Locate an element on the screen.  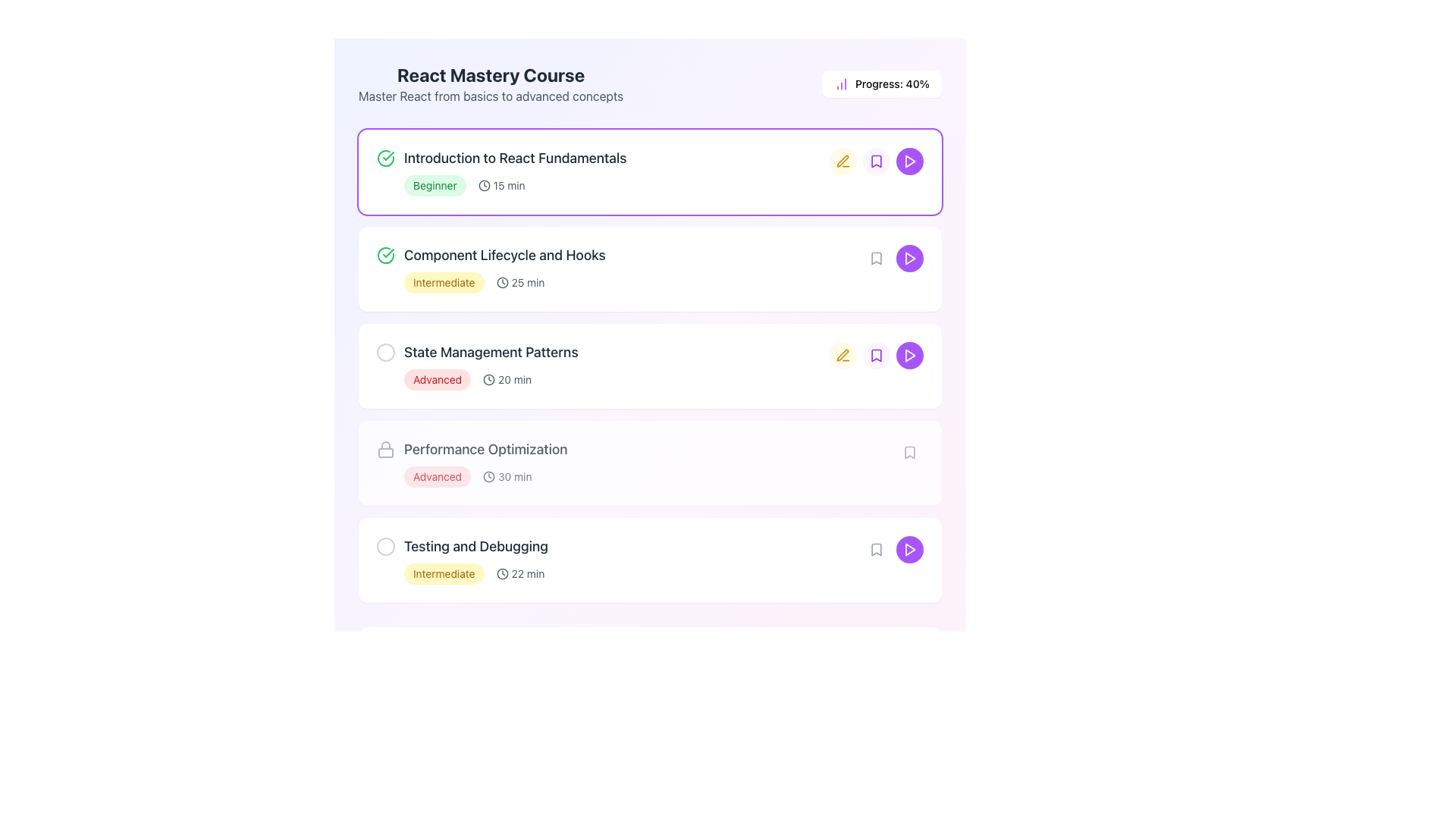
the 'Advanced' label badge with a light red background, which is part of the 'State Management Patterns' section in the course modules list is located at coordinates (436, 379).